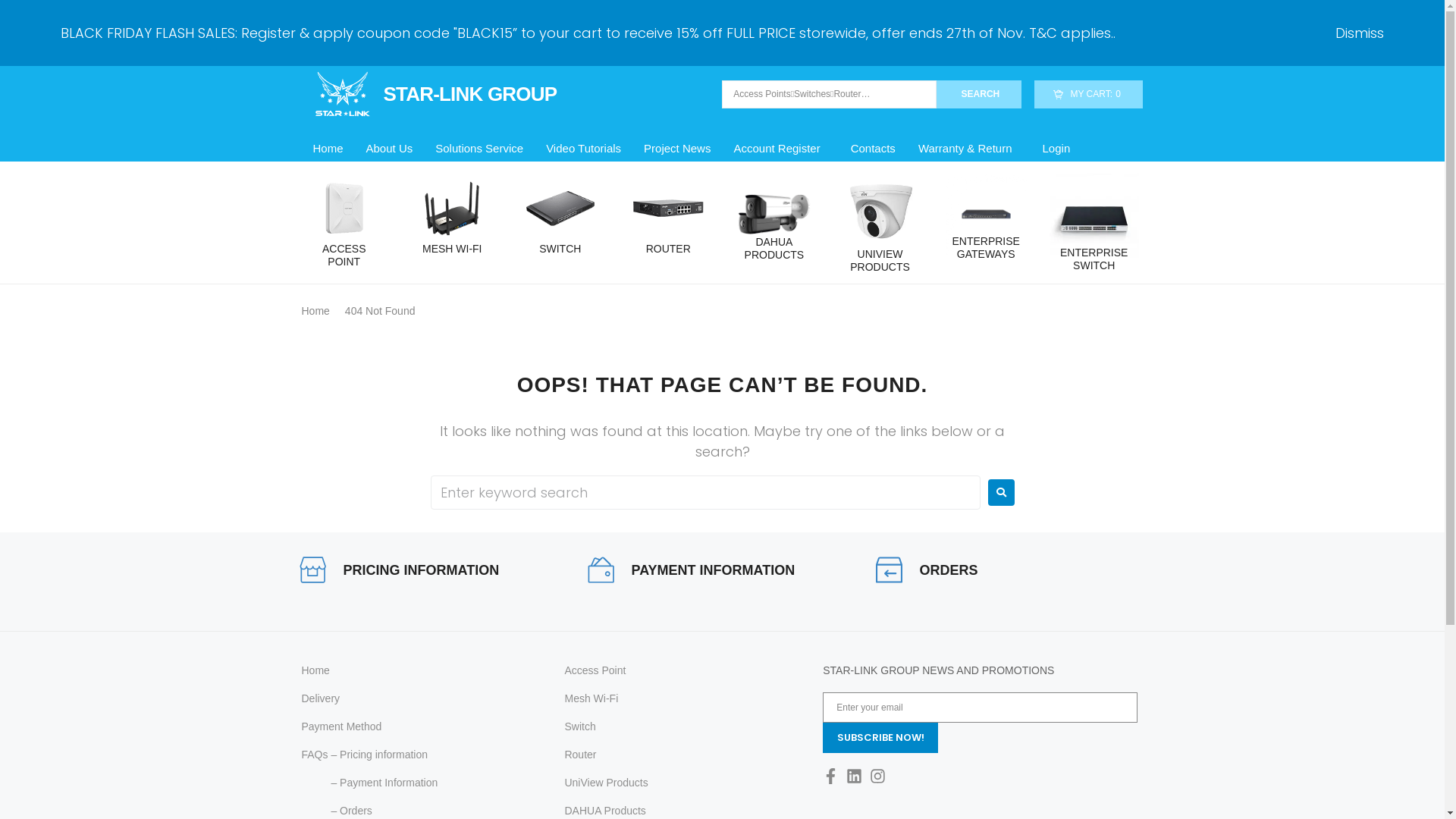 Image resolution: width=1456 pixels, height=819 pixels. Describe the element at coordinates (880, 259) in the screenshot. I see `'UNIVIEW PRODUCTS'` at that location.